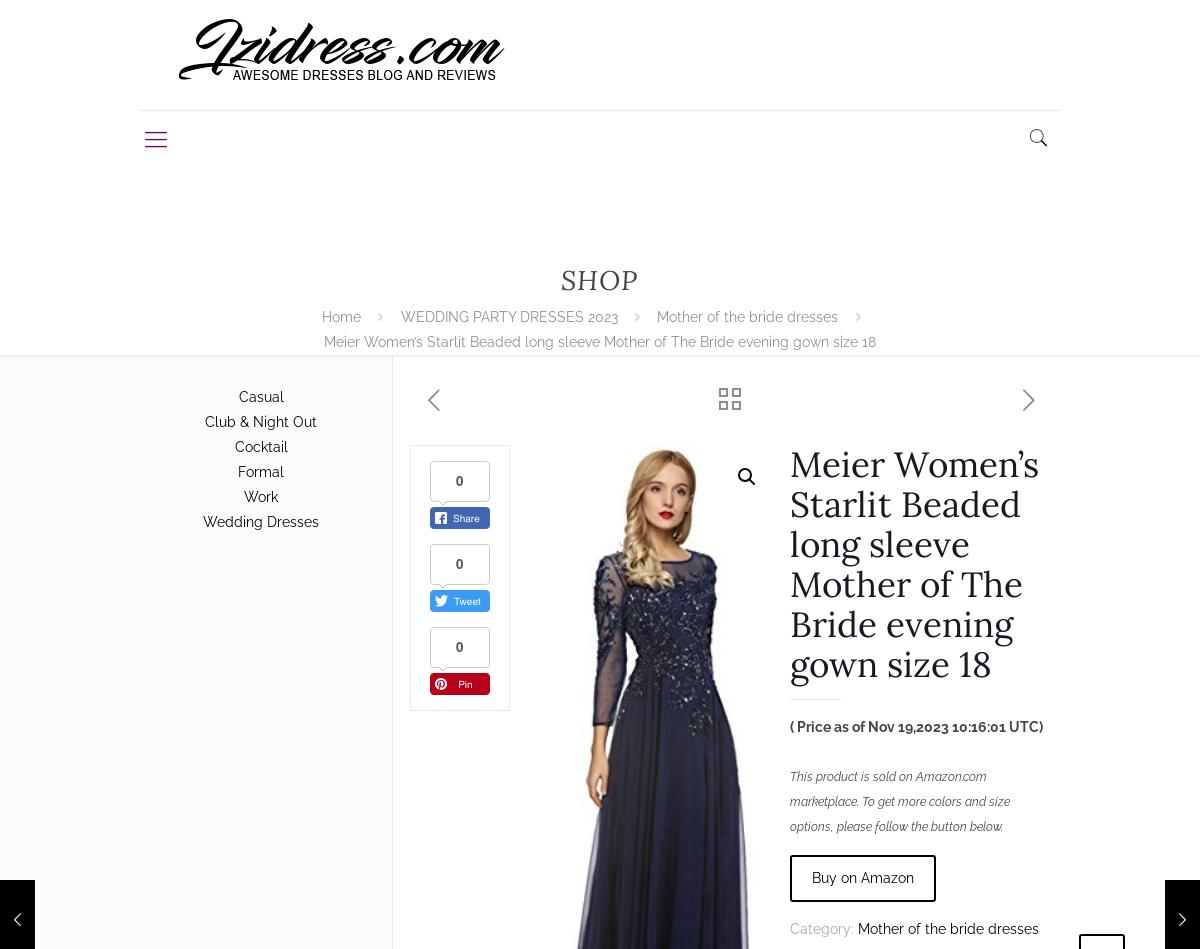 This screenshot has width=1200, height=949. I want to click on 'Category:', so click(821, 927).